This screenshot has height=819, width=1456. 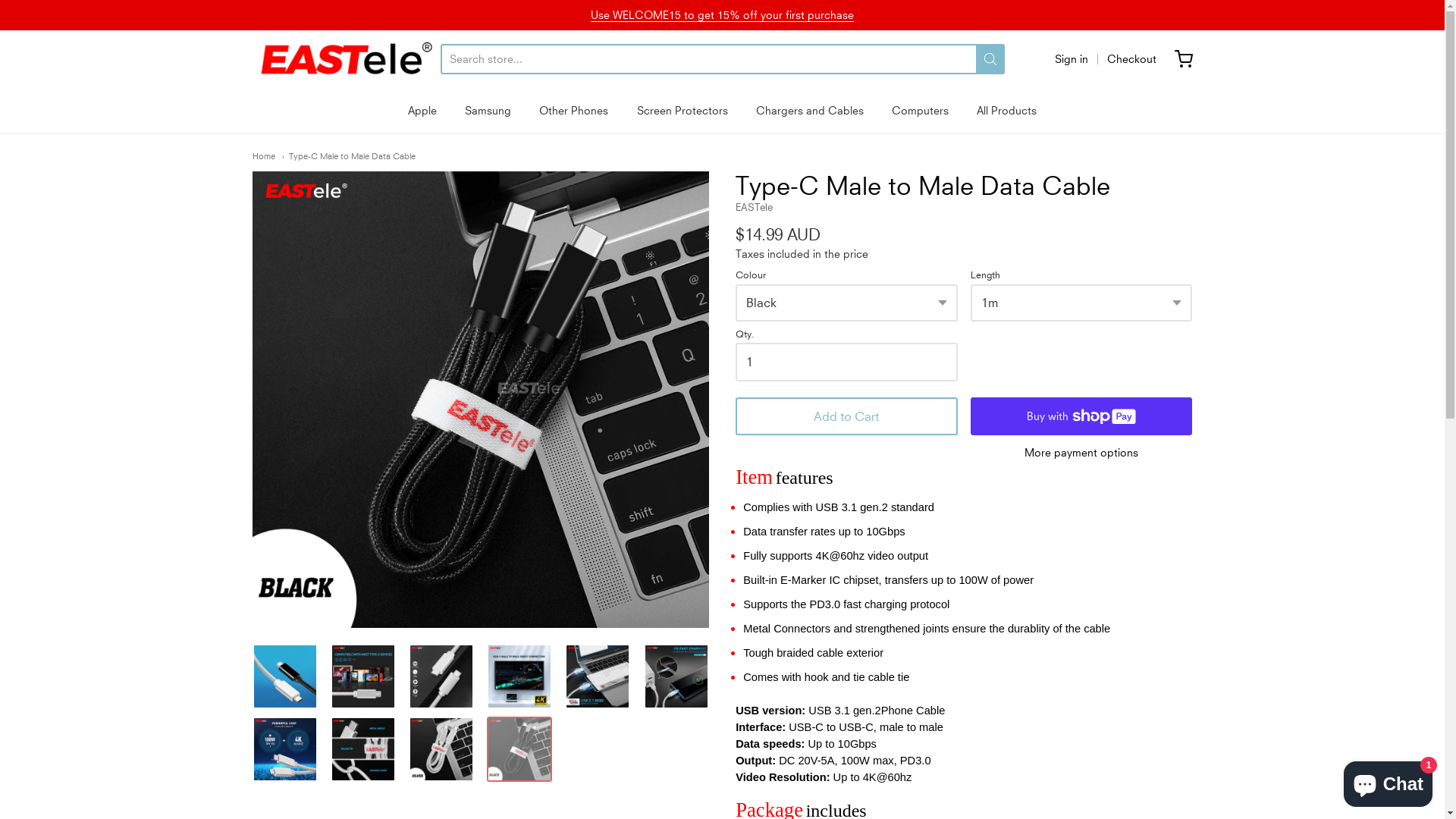 What do you see at coordinates (330, 675) in the screenshot?
I see `'Type-C Male to Male Data Cable'` at bounding box center [330, 675].